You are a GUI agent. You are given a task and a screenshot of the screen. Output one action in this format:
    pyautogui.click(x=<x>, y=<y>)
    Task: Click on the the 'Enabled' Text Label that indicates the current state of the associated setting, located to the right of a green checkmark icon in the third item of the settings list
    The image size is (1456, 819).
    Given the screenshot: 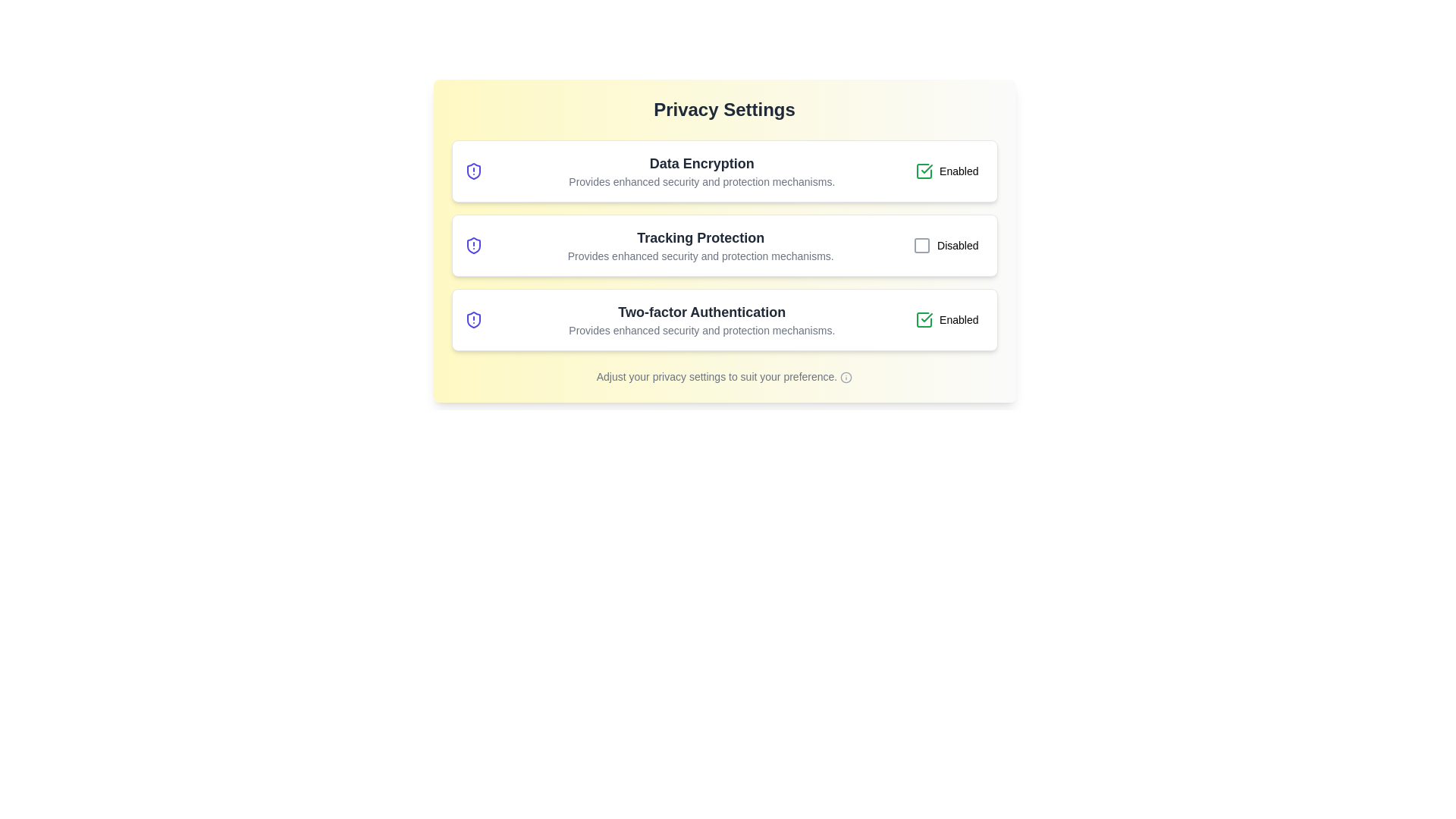 What is the action you would take?
    pyautogui.click(x=958, y=318)
    